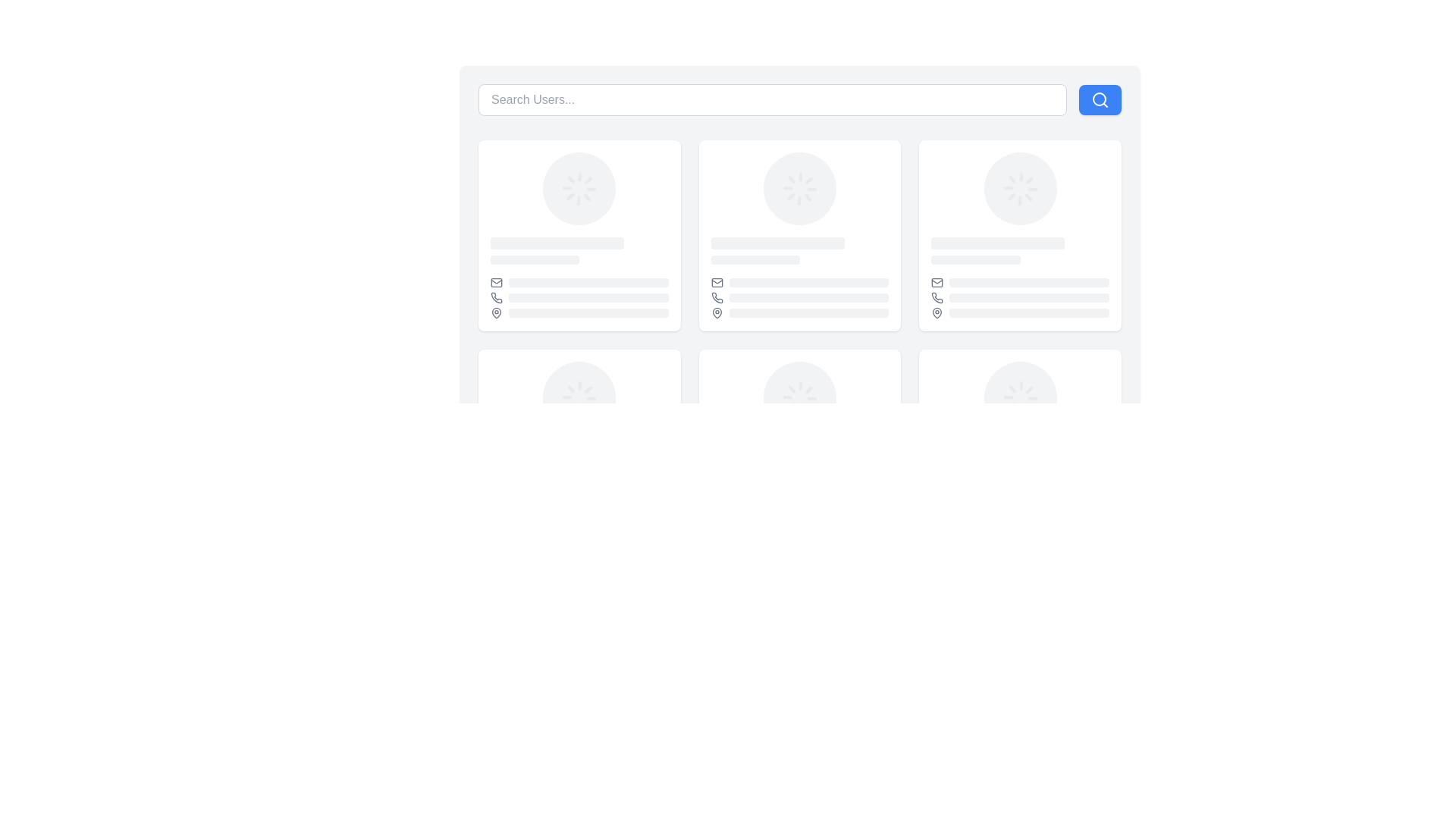  What do you see at coordinates (1100, 99) in the screenshot?
I see `the magnifying glass icon located in the blue rectangular button` at bounding box center [1100, 99].